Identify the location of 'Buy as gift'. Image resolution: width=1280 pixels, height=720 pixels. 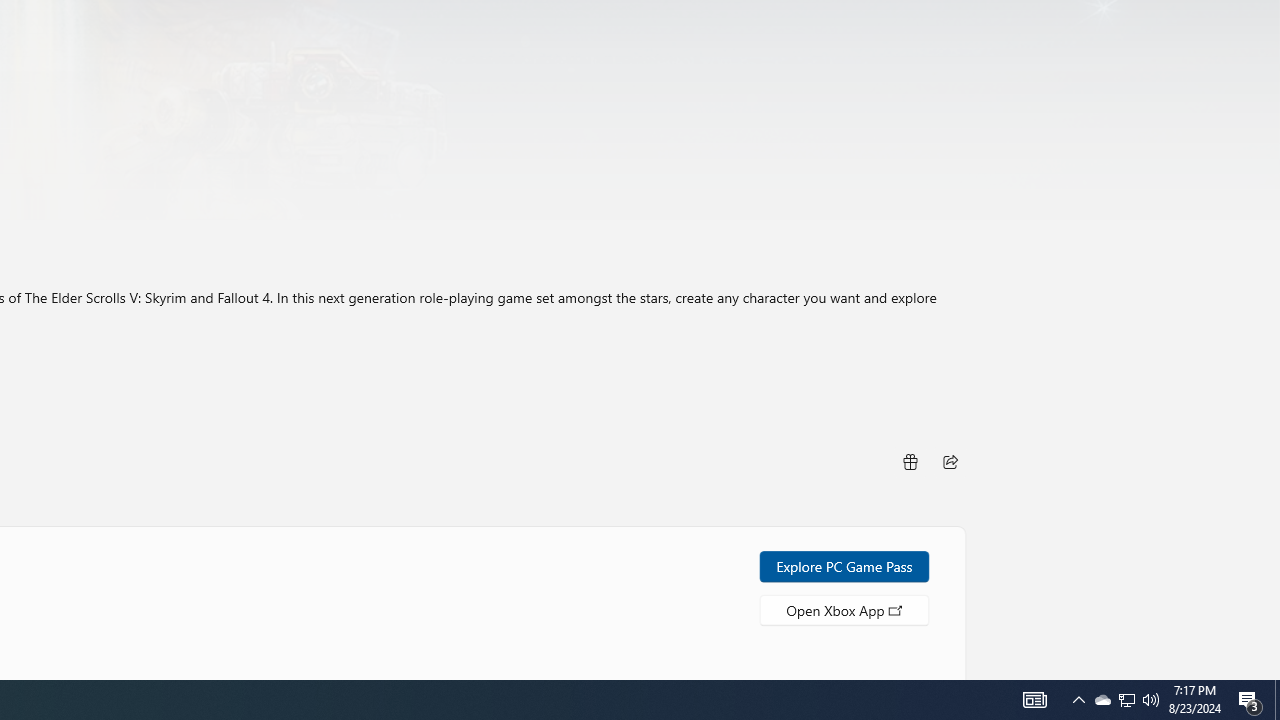
(908, 460).